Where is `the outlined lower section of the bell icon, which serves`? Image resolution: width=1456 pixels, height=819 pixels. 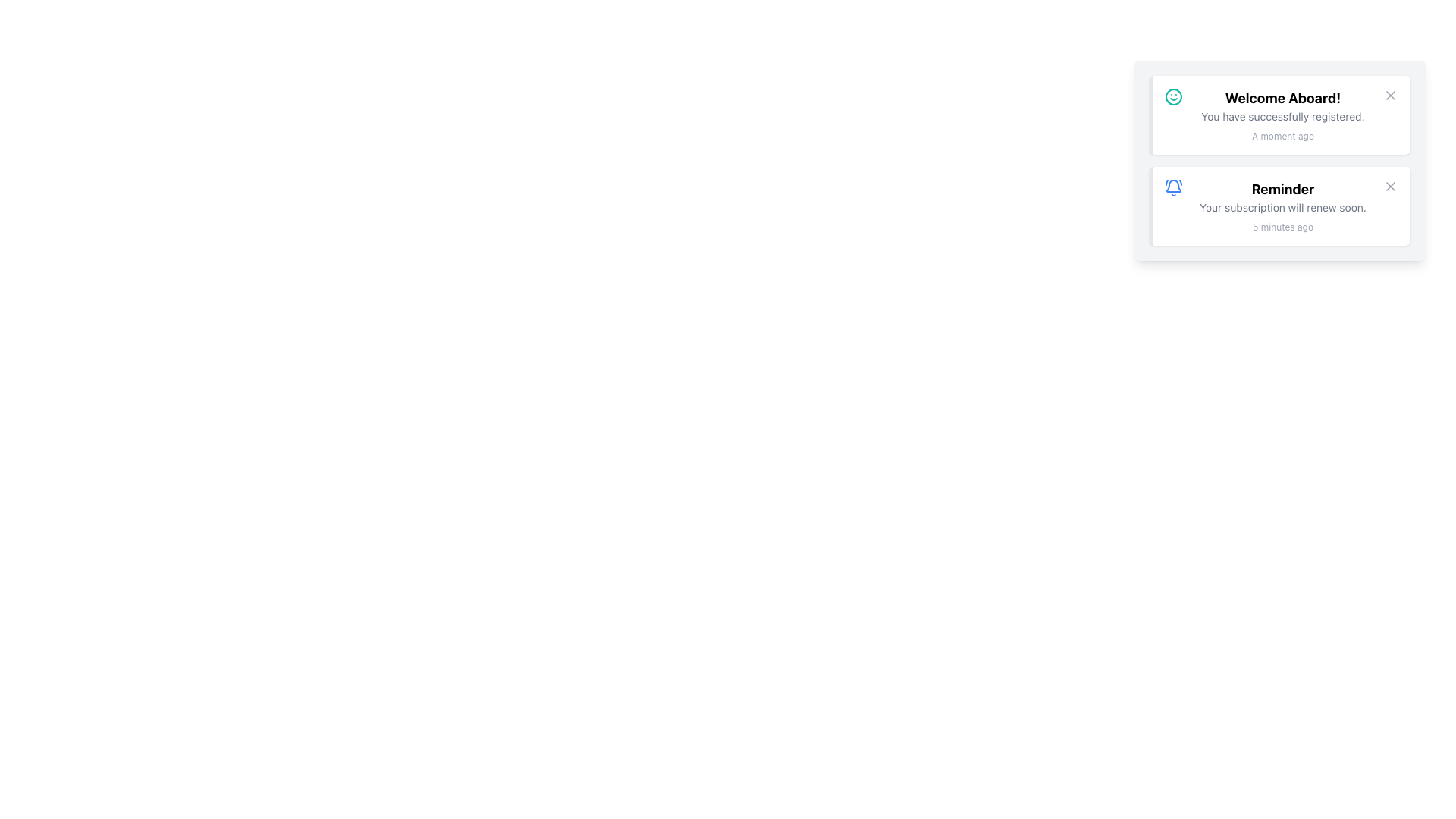 the outlined lower section of the bell icon, which serves is located at coordinates (1173, 185).